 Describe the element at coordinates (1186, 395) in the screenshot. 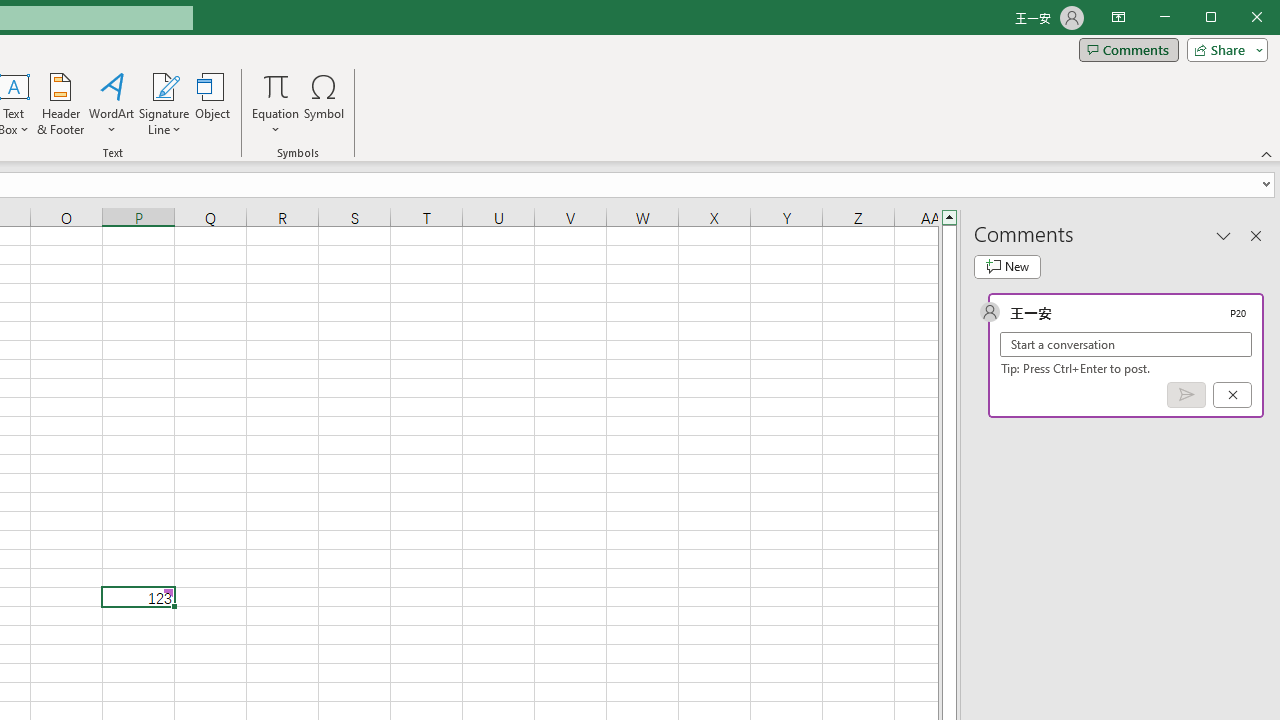

I see `'Post comment (Ctrl + Enter)'` at that location.